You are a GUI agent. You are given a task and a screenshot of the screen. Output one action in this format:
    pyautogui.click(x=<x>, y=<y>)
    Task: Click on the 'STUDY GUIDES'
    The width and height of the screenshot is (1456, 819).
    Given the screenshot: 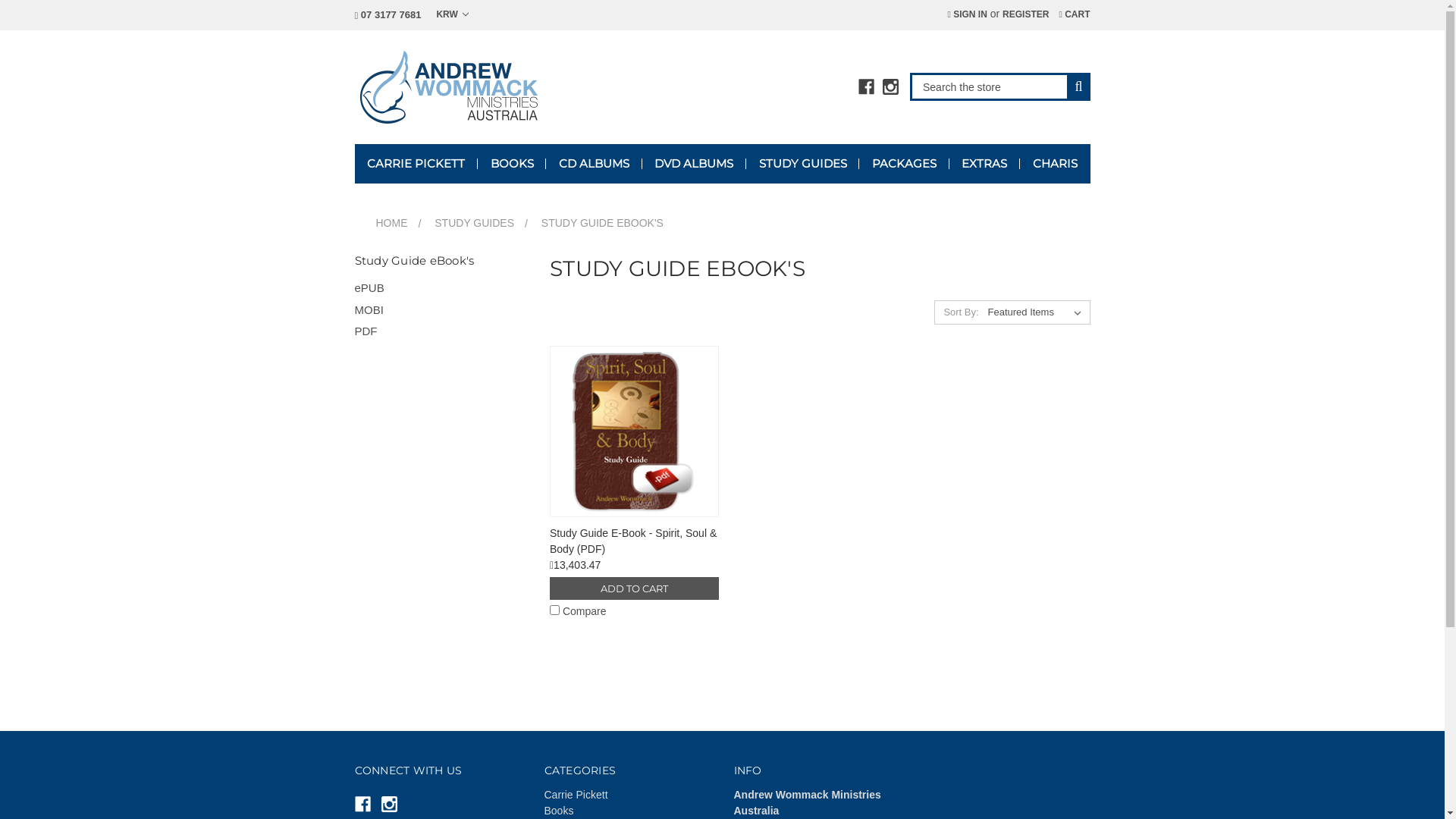 What is the action you would take?
    pyautogui.click(x=473, y=222)
    